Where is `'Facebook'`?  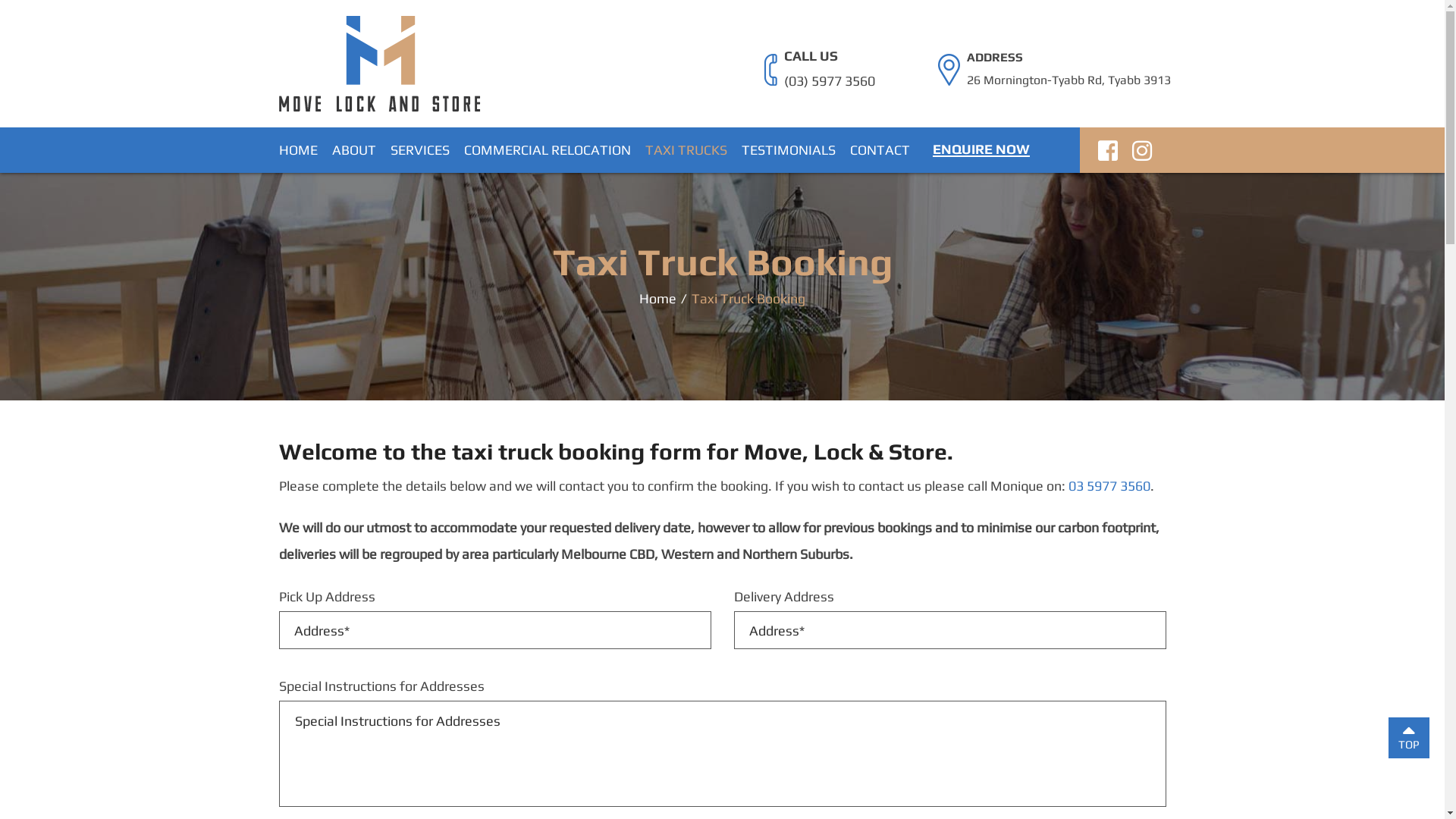 'Facebook' is located at coordinates (1098, 154).